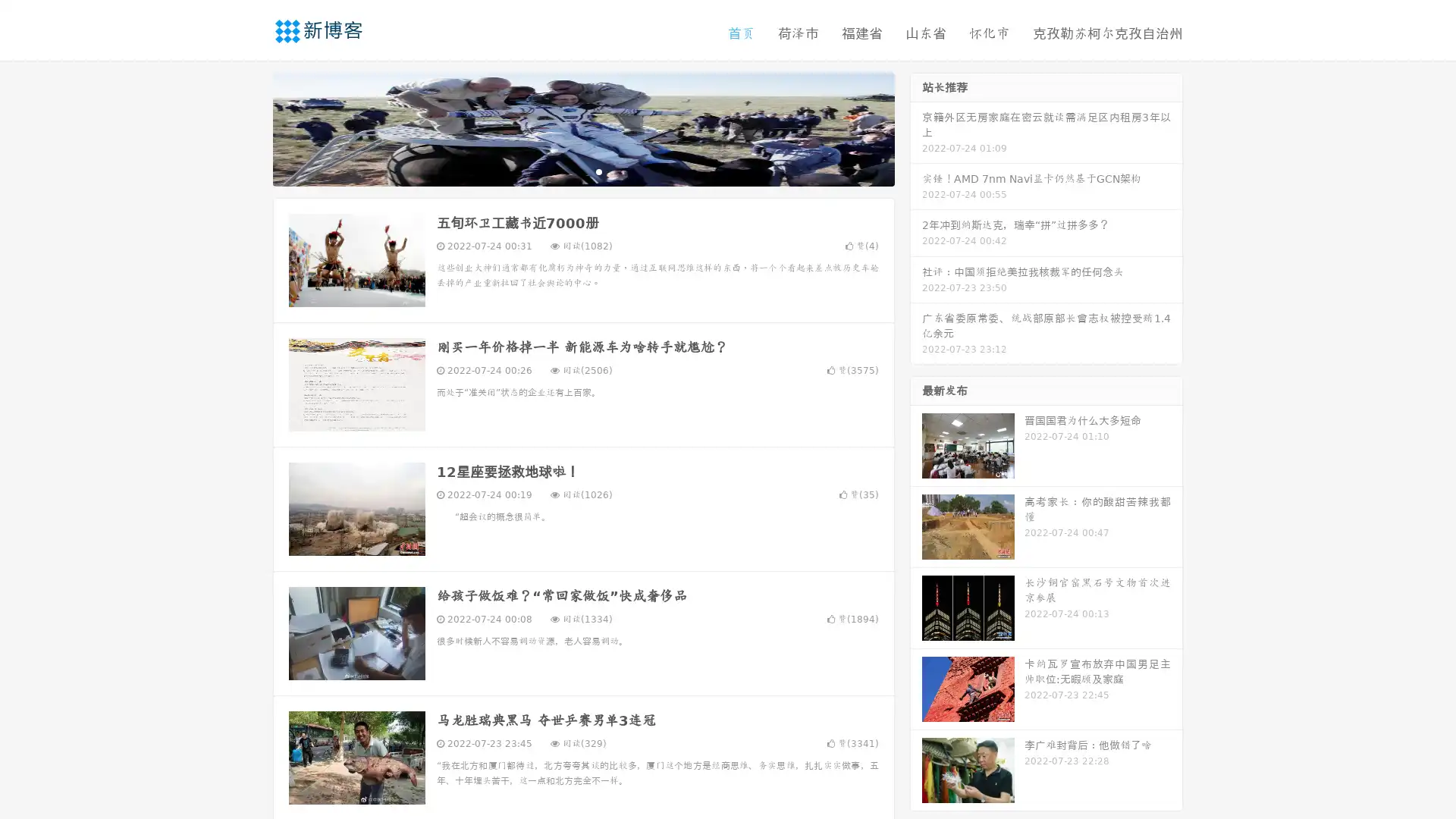 The width and height of the screenshot is (1456, 819). I want to click on Go to slide 2, so click(582, 171).